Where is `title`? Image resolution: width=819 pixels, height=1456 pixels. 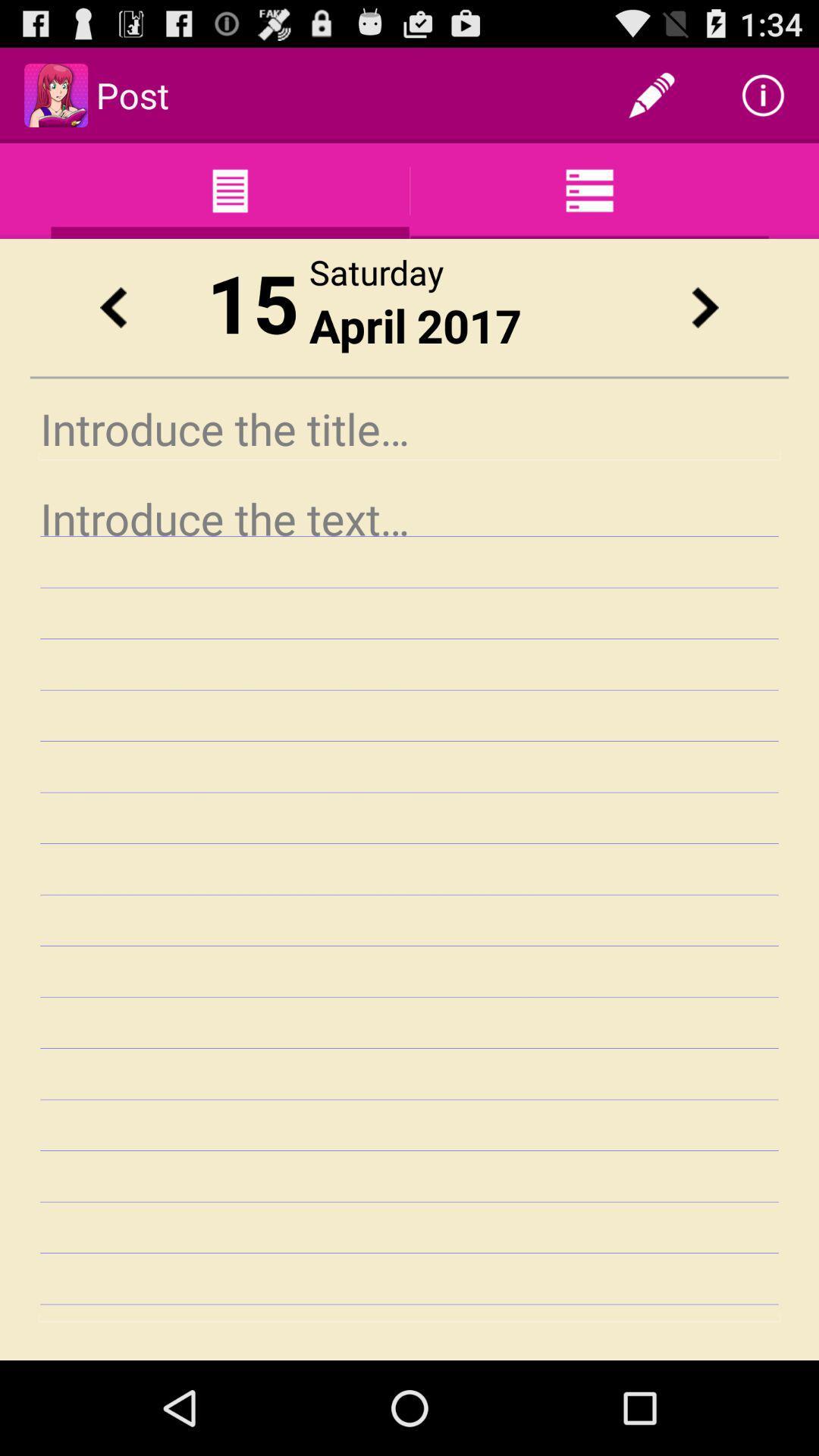
title is located at coordinates (409, 428).